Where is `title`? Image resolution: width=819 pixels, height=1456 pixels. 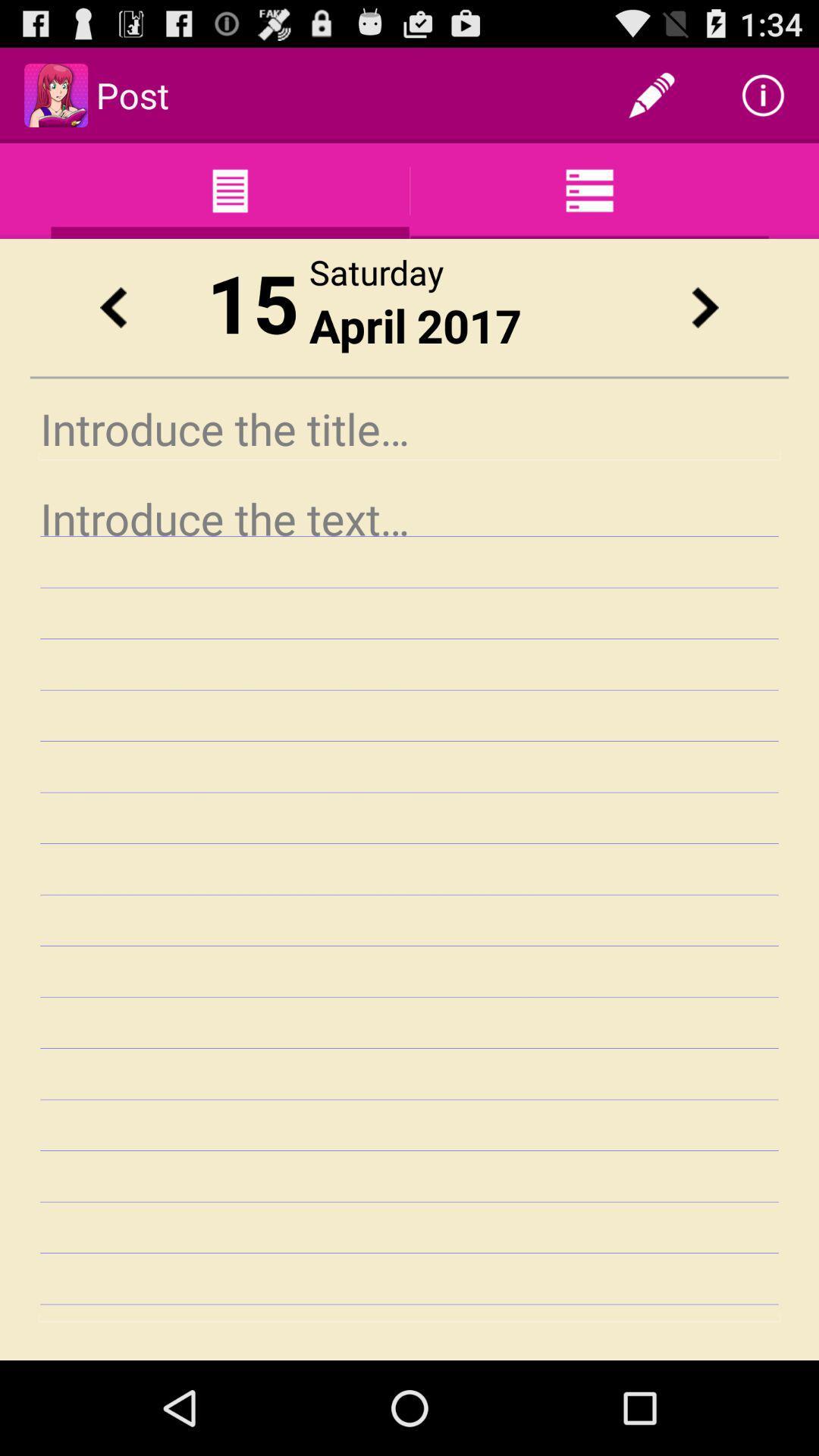
title is located at coordinates (409, 428).